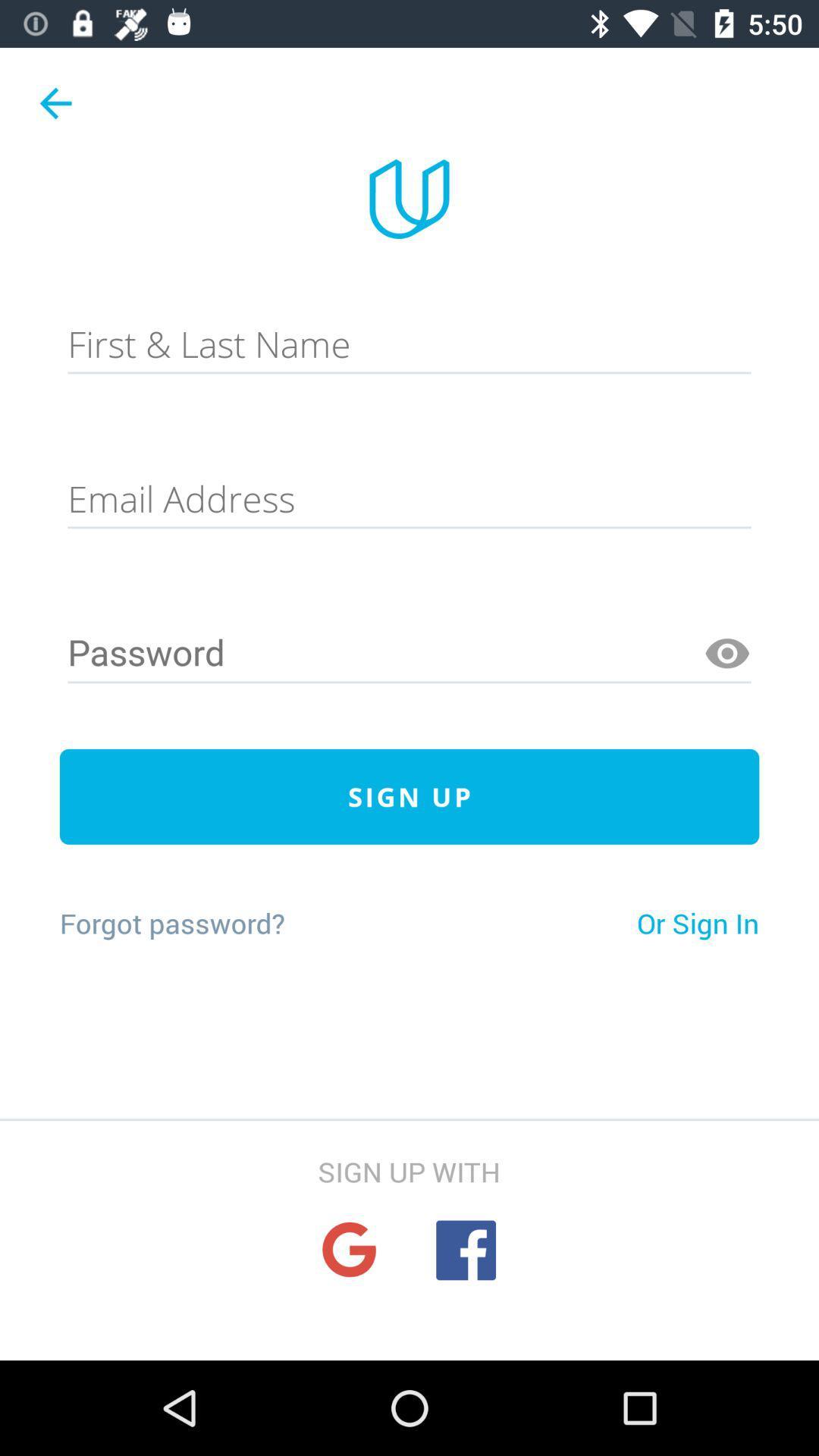 Image resolution: width=819 pixels, height=1456 pixels. What do you see at coordinates (409, 499) in the screenshot?
I see `input here` at bounding box center [409, 499].